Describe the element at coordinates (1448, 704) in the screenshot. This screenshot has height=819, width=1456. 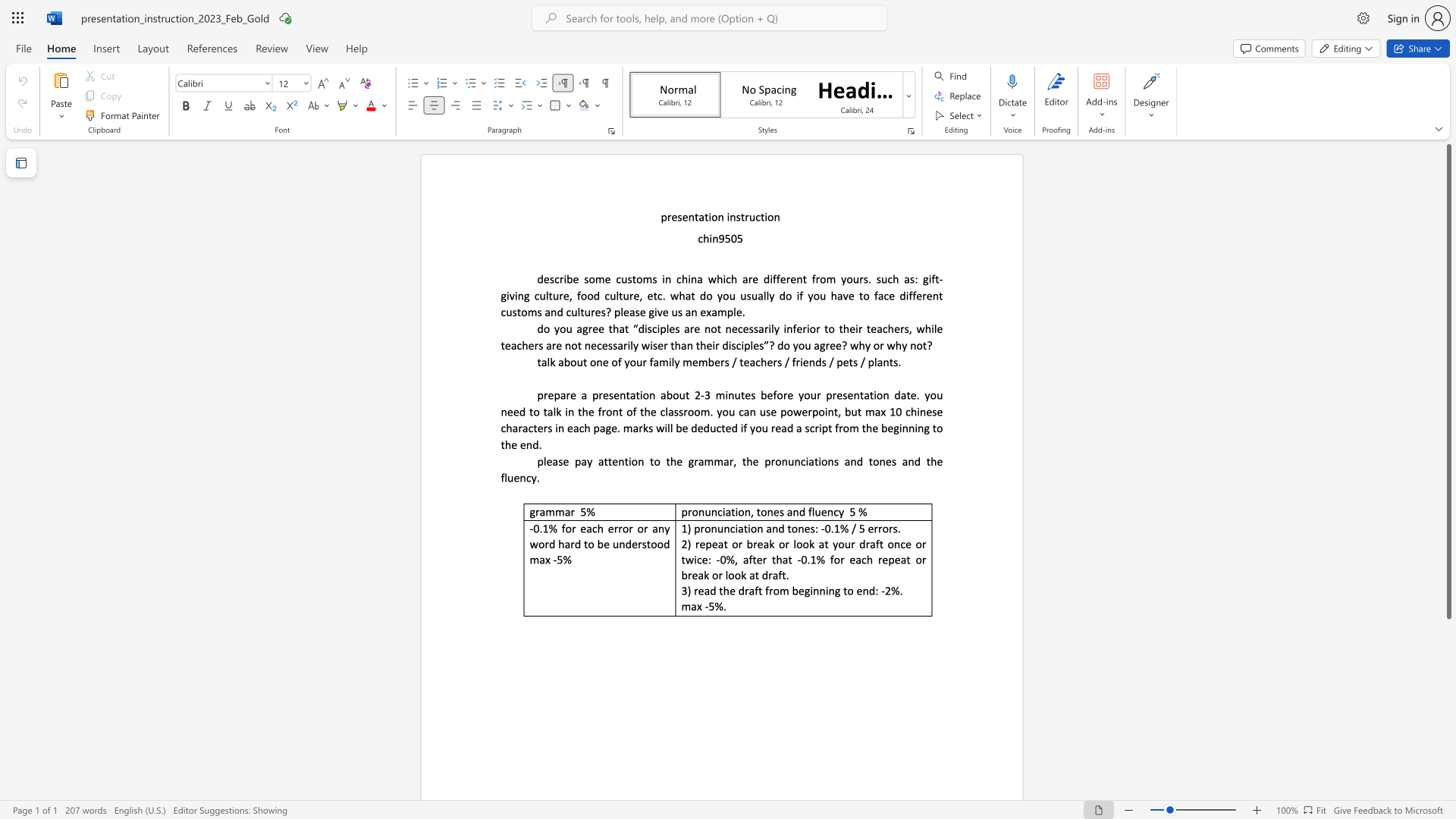
I see `the scrollbar on the side` at that location.